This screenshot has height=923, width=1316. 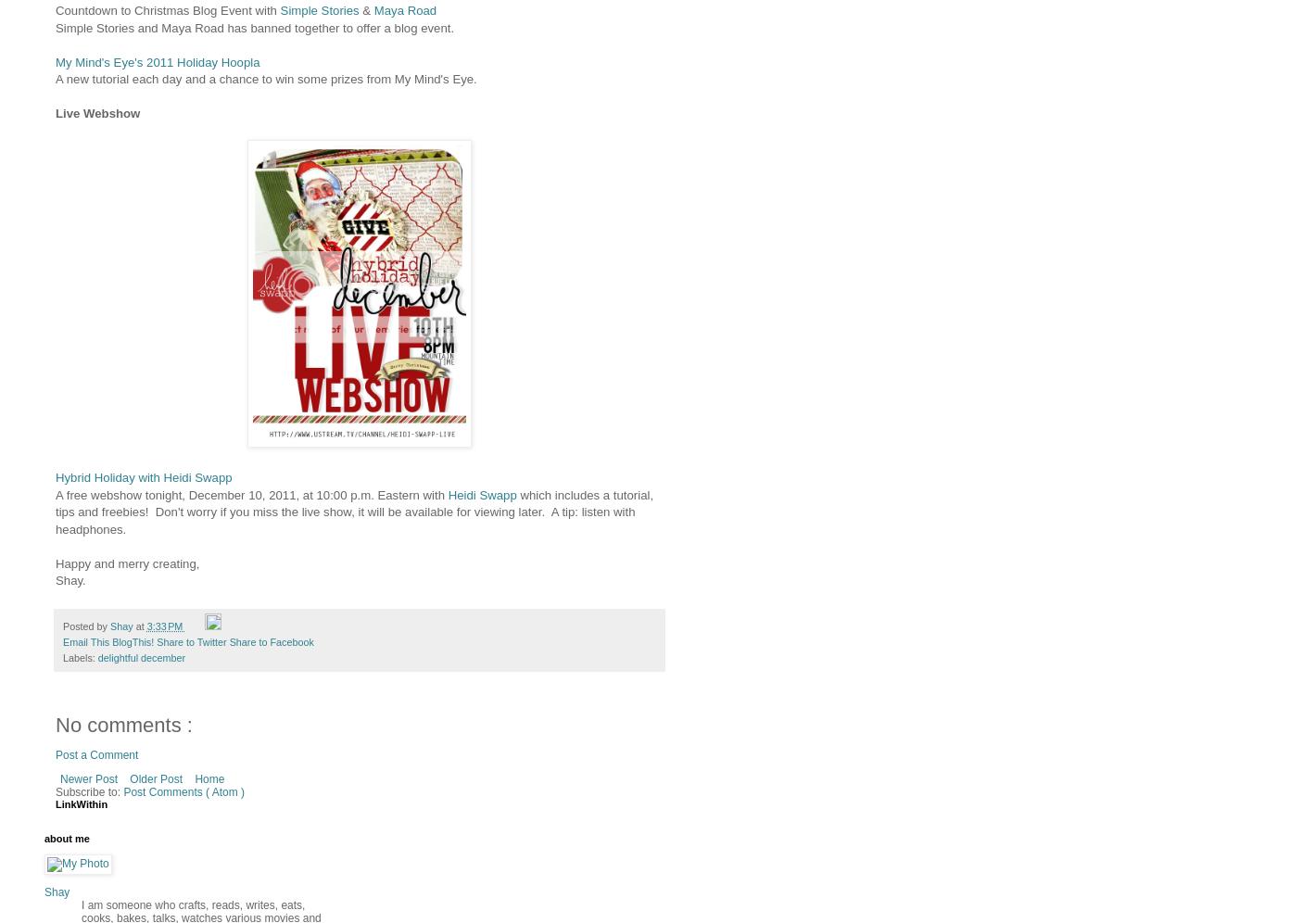 What do you see at coordinates (95, 754) in the screenshot?
I see `'Post a Comment'` at bounding box center [95, 754].